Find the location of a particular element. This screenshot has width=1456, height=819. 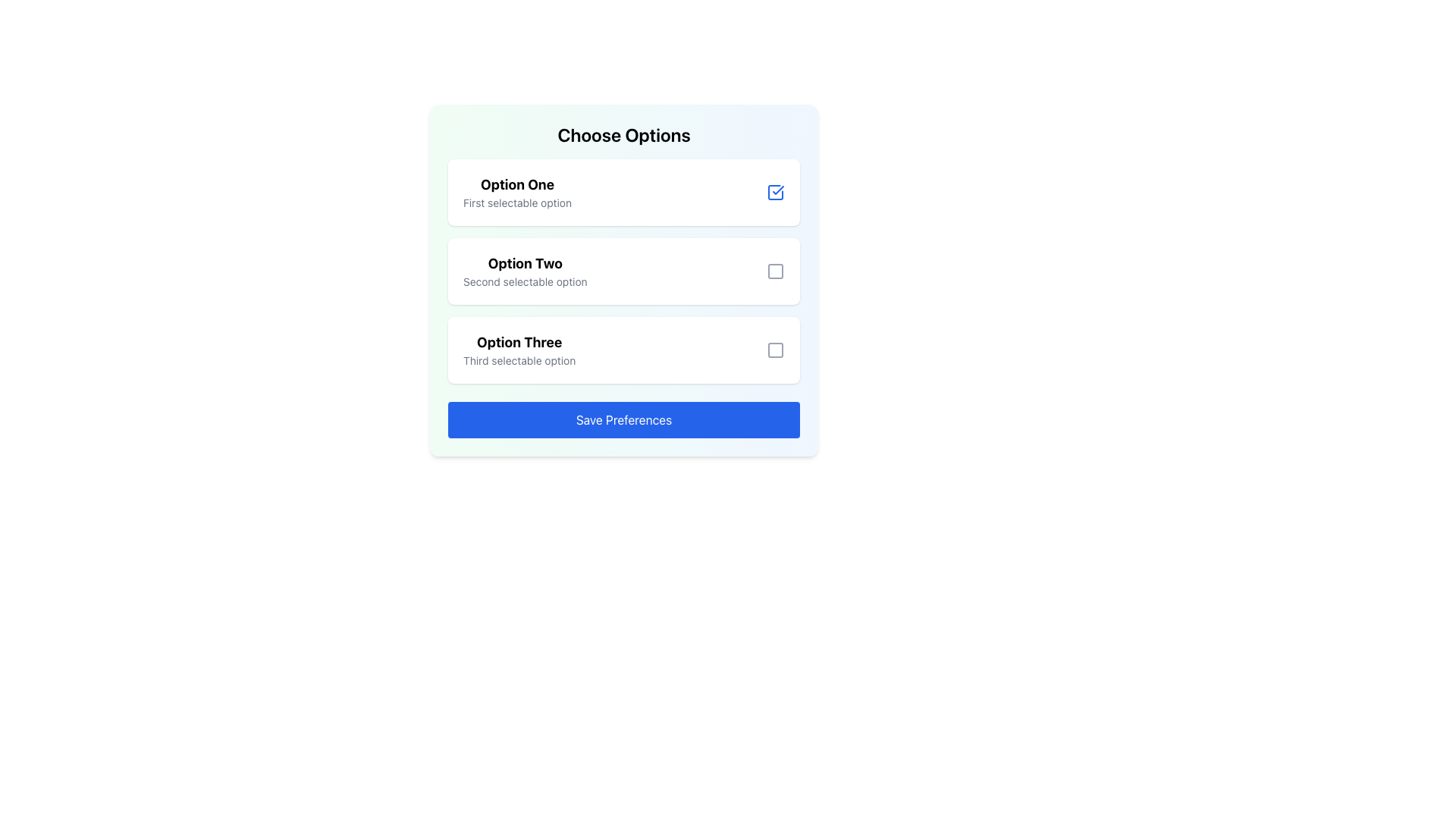

the blue checkmark icon that indicates the selected state for 'Option One', located to the right of the text is located at coordinates (775, 192).